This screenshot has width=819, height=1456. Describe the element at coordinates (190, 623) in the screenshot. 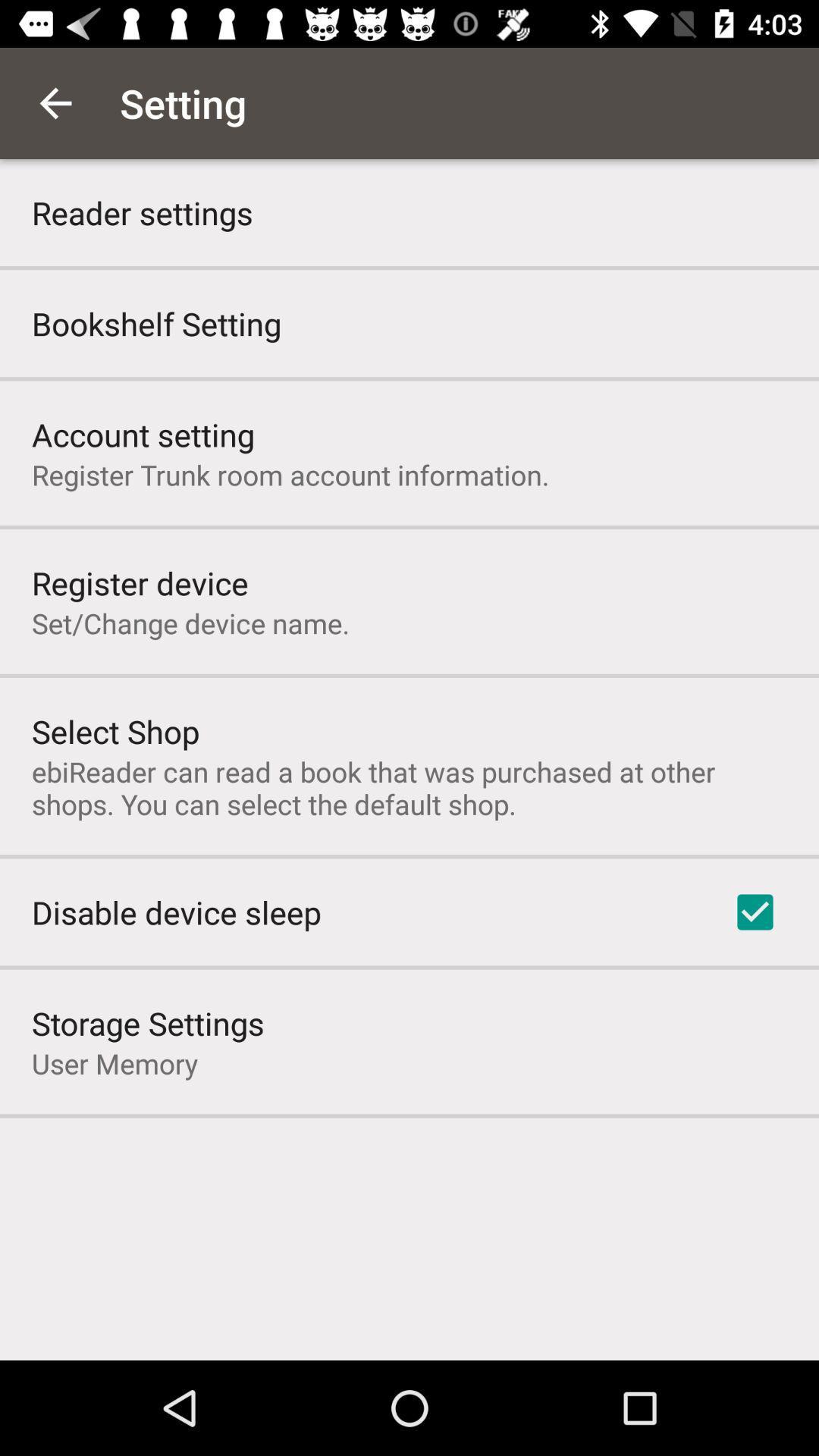

I see `item below register device icon` at that location.